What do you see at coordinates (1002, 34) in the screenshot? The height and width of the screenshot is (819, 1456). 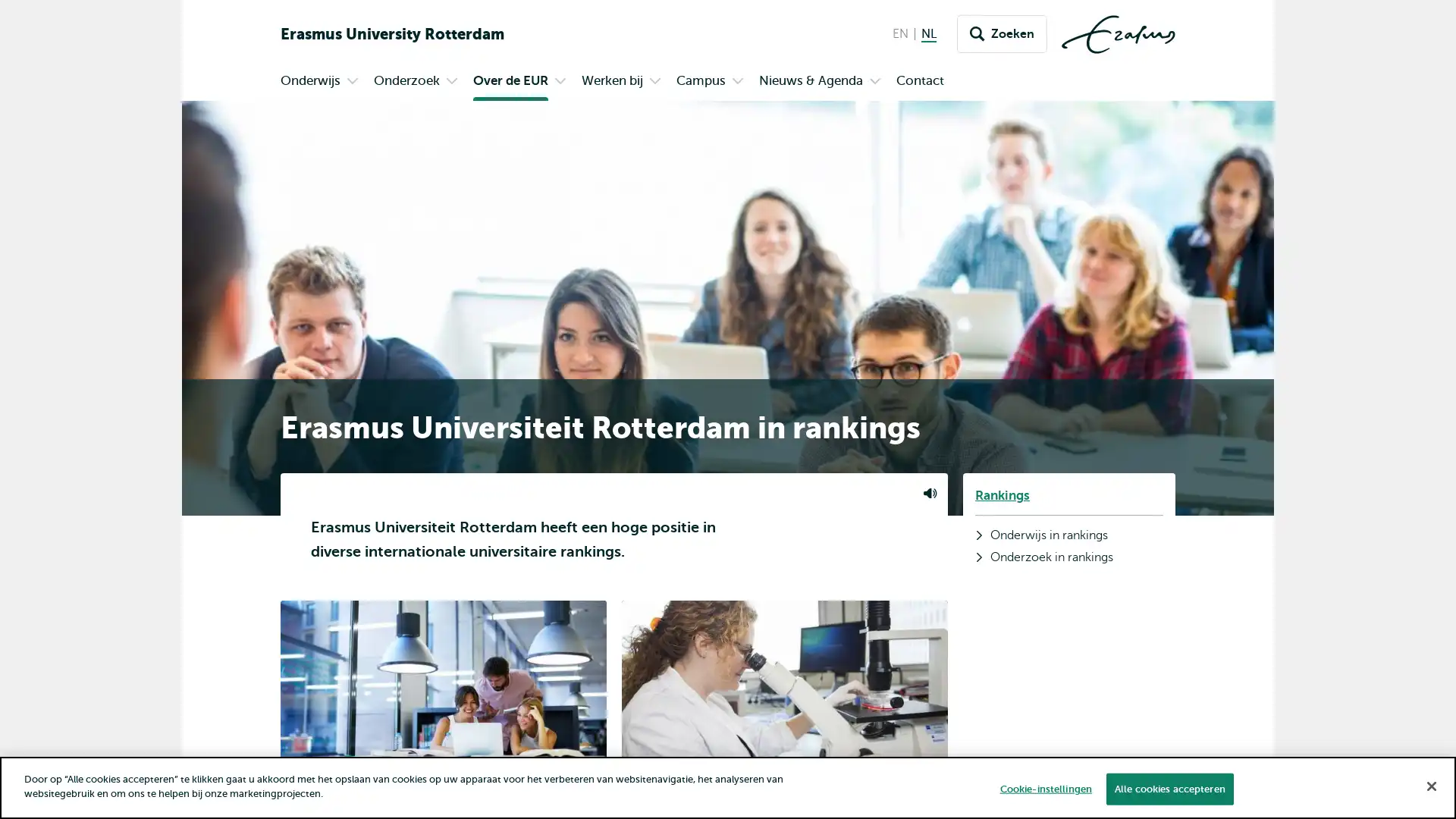 I see `Zoeken` at bounding box center [1002, 34].